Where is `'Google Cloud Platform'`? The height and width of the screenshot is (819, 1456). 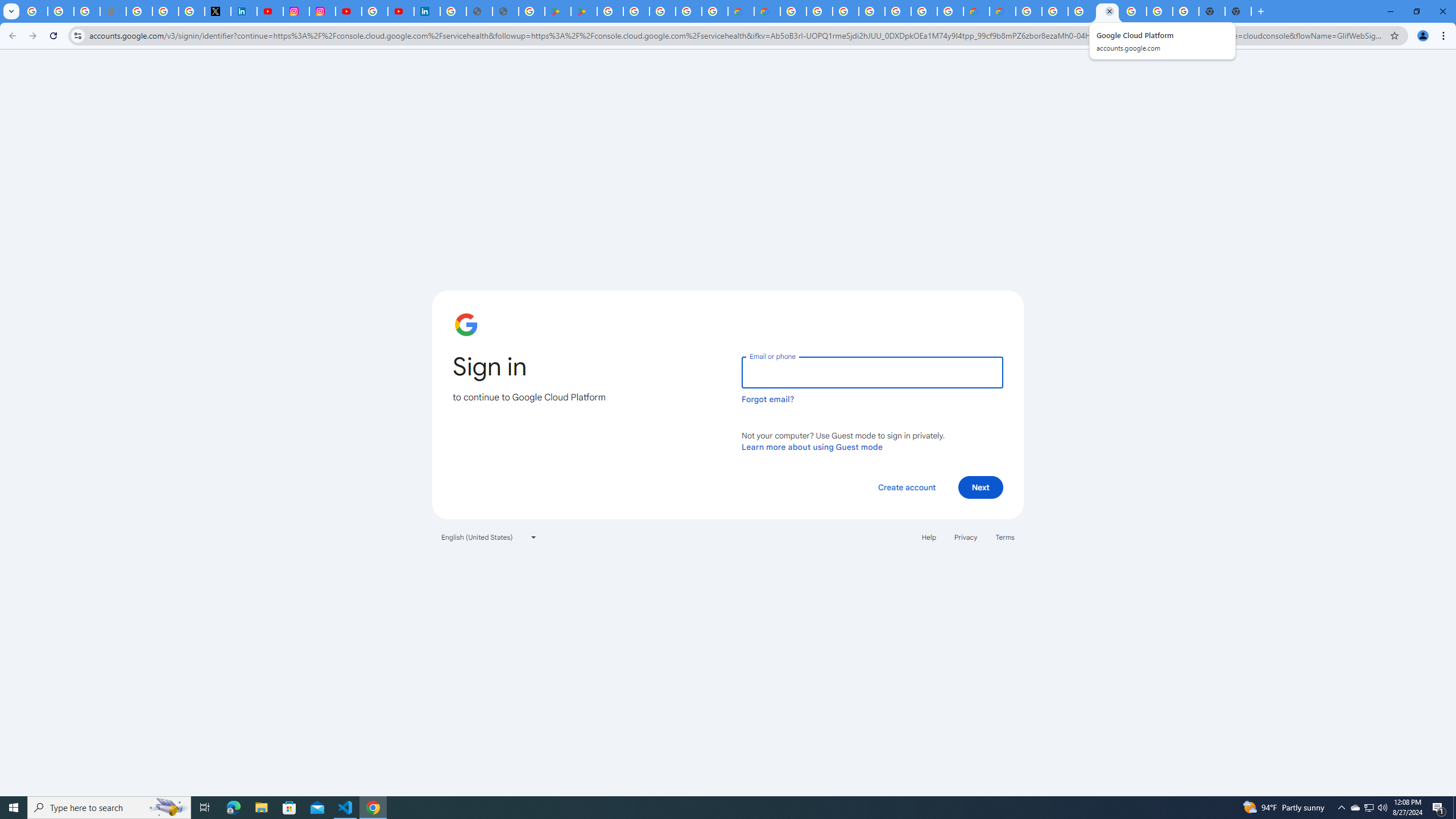 'Google Cloud Platform' is located at coordinates (1106, 11).